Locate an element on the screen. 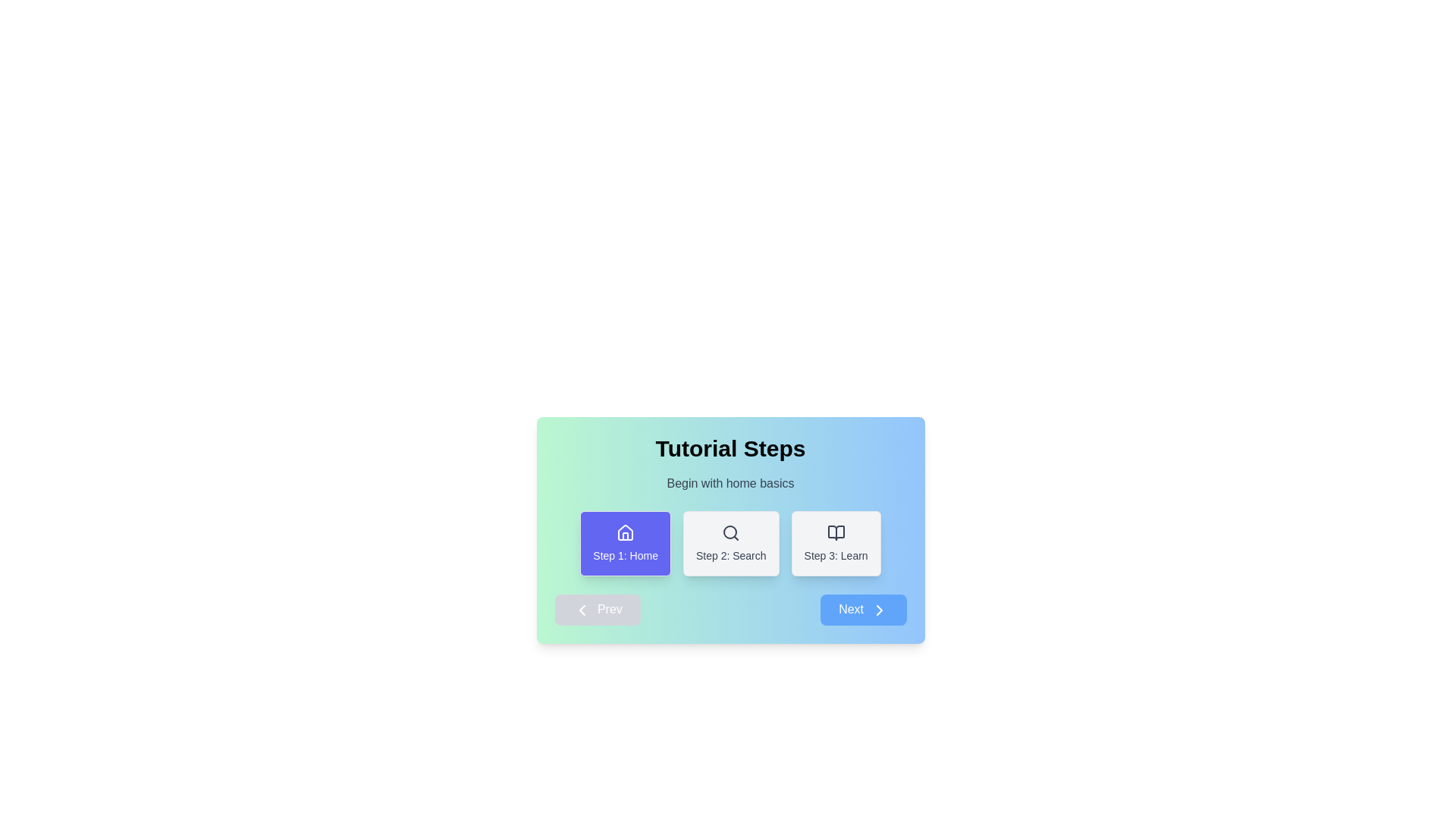  the tutorial step 3 to view its details is located at coordinates (836, 543).